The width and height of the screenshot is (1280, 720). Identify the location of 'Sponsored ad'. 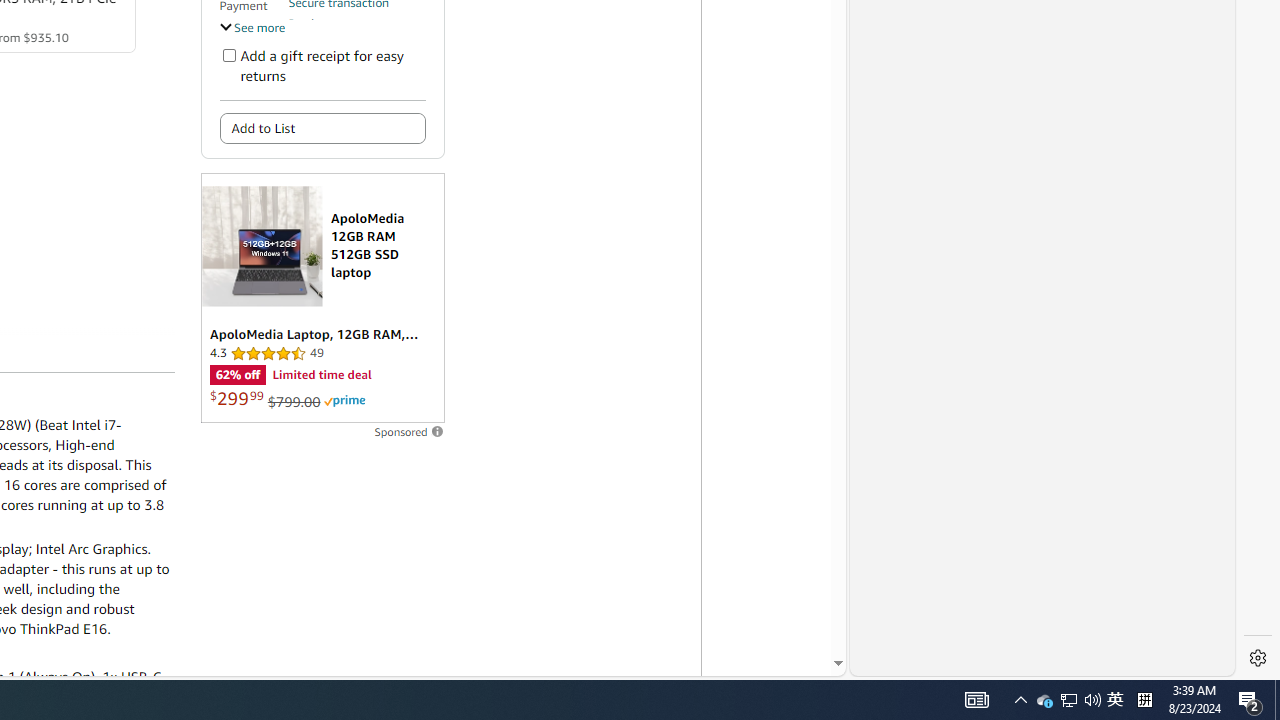
(322, 298).